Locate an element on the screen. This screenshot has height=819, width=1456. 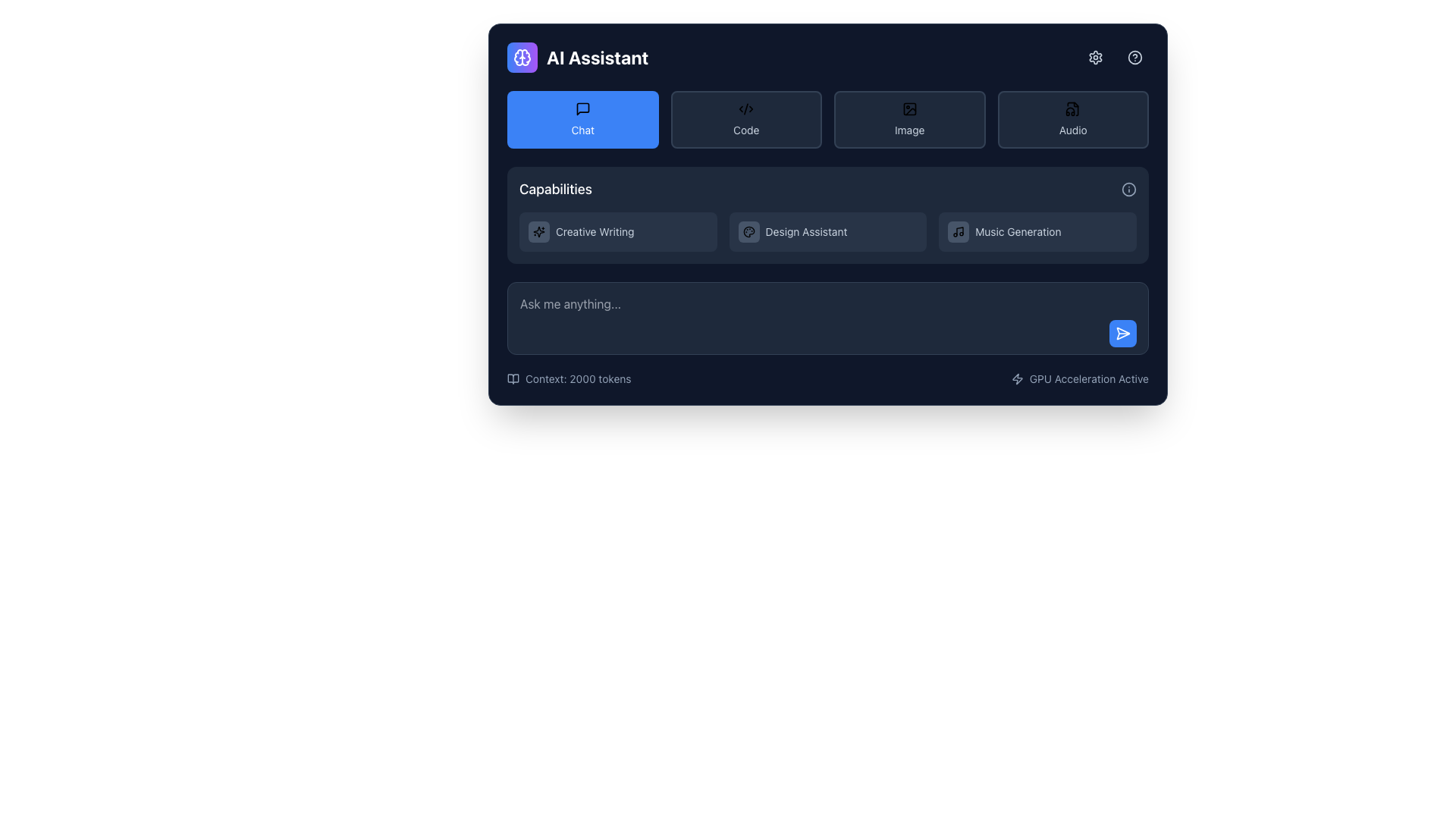
the Interactive help icon located at the top-right corner of the application interface is located at coordinates (1135, 57).